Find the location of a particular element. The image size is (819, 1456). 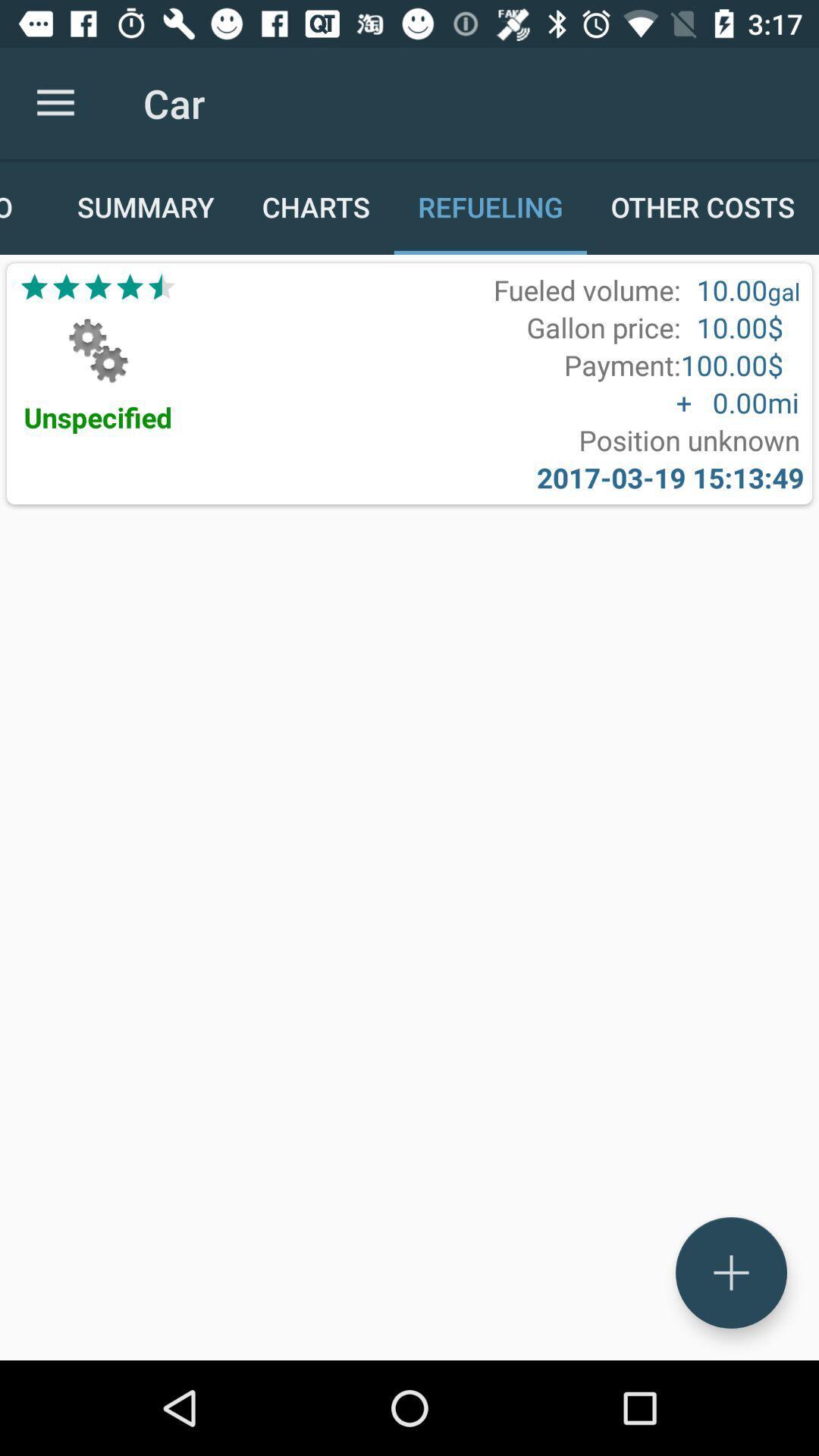

the icon to the left of the position unknown icon is located at coordinates (98, 417).